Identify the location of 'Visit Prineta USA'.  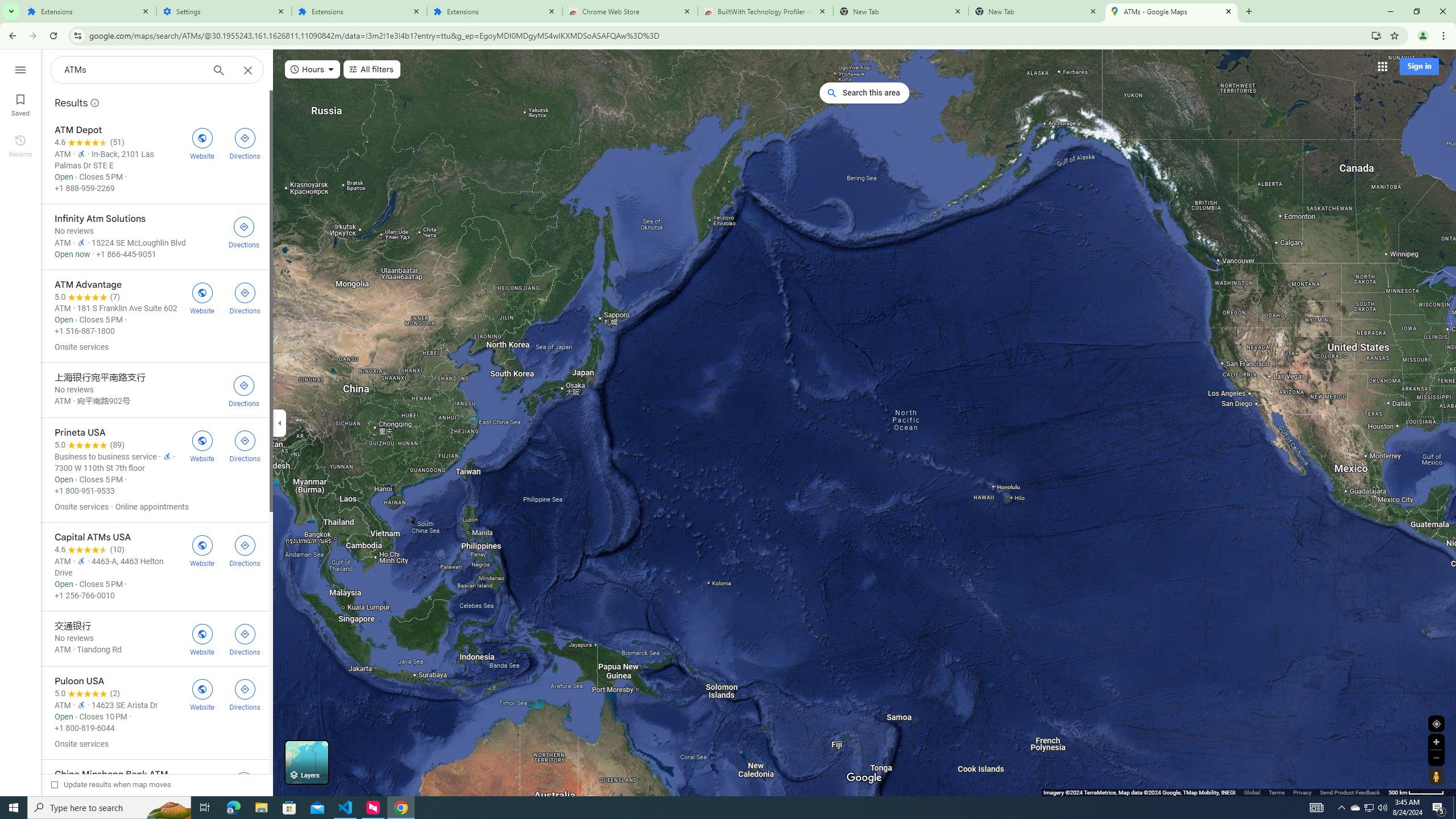
(201, 445).